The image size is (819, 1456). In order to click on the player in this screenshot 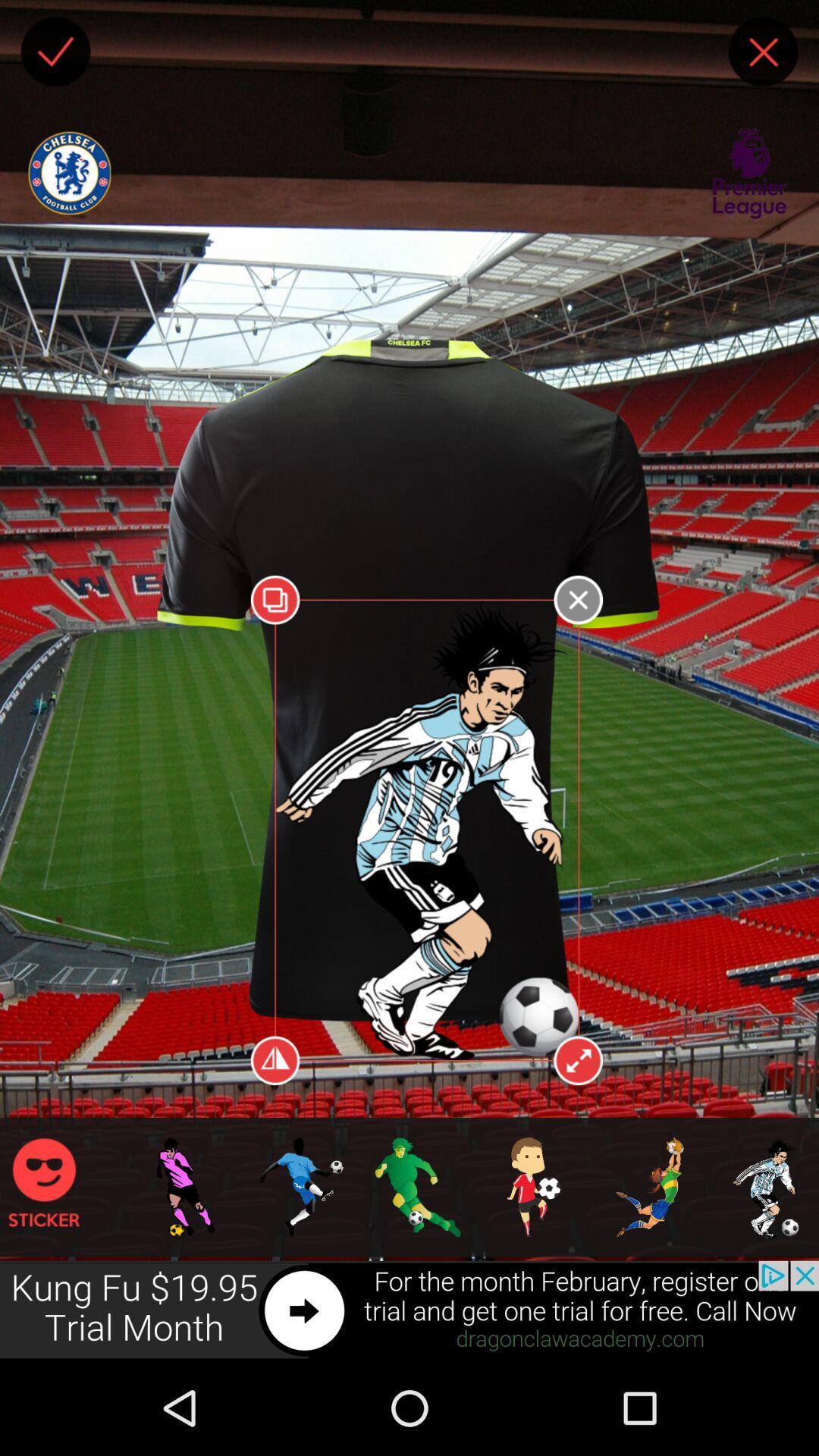, I will do `click(55, 52)`.